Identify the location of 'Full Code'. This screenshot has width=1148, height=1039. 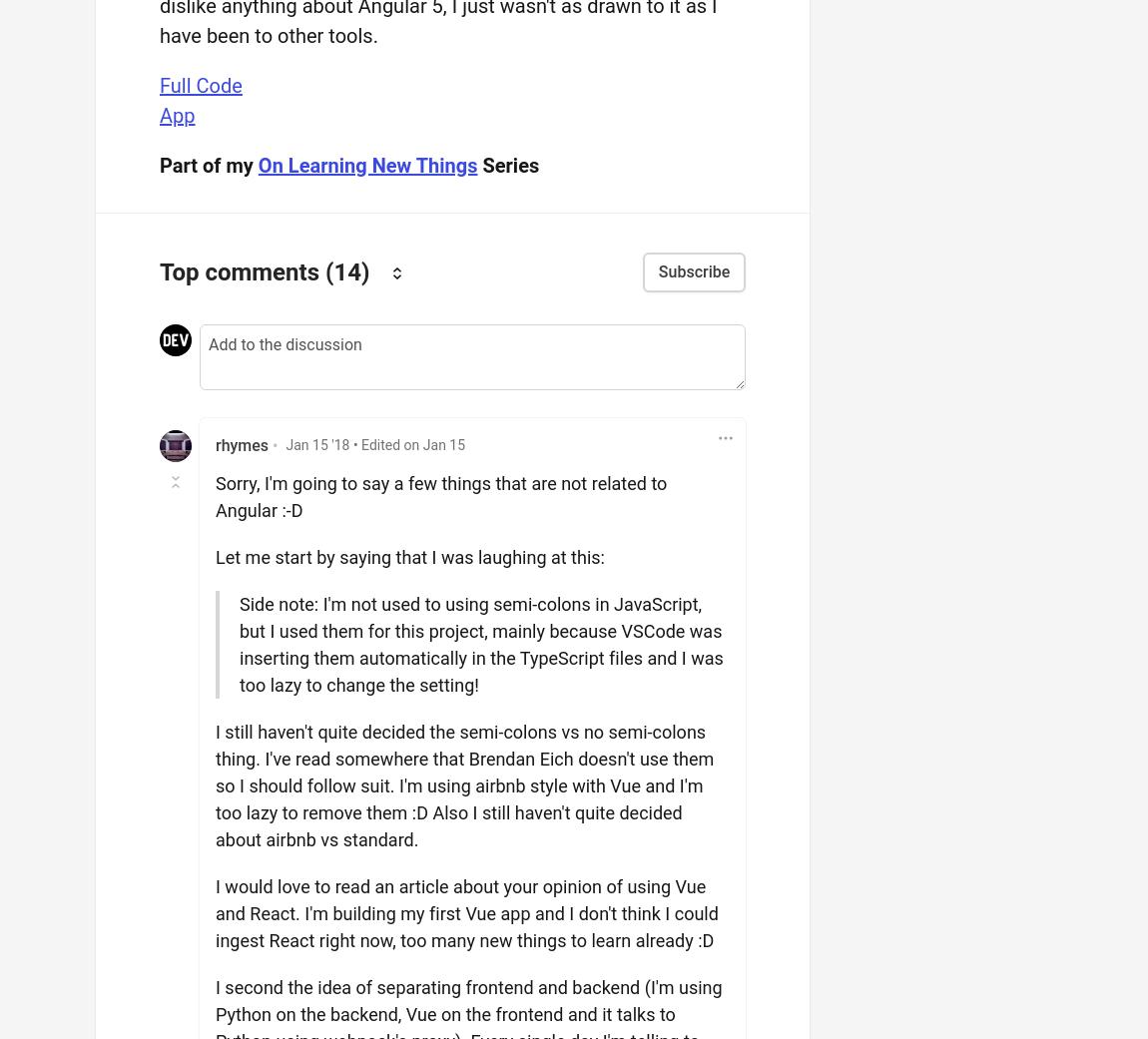
(200, 84).